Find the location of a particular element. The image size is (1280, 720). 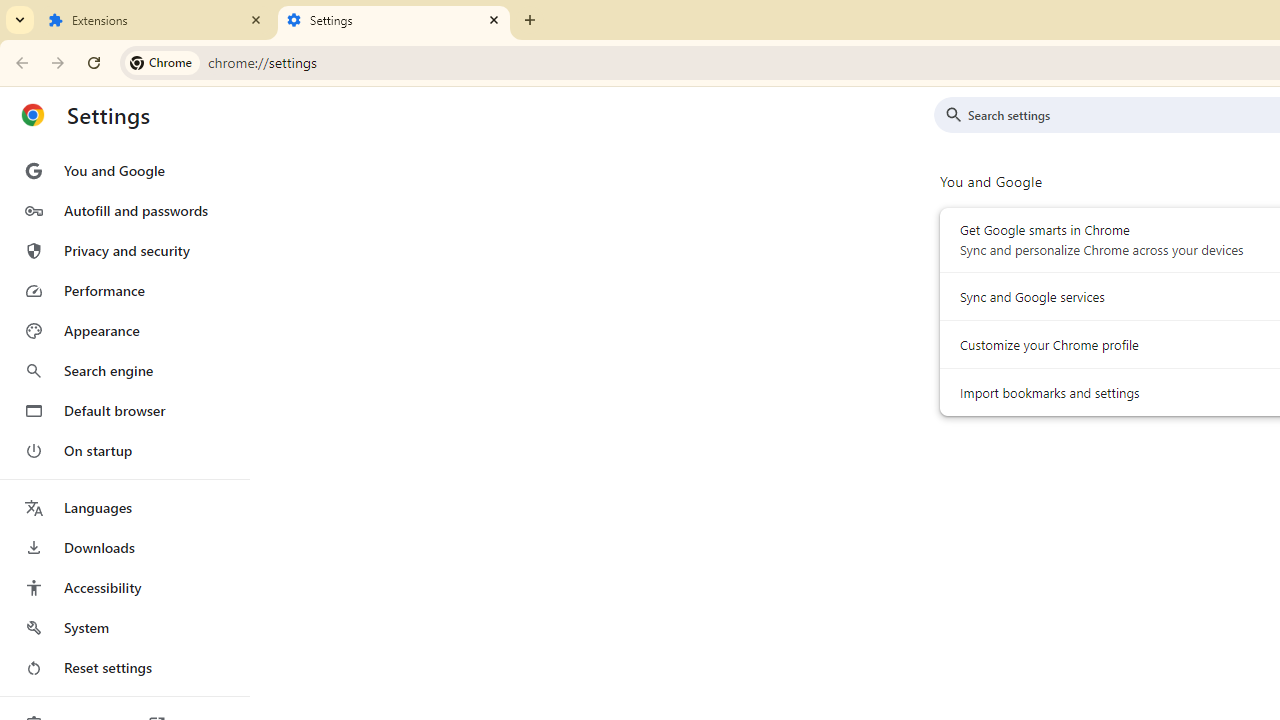

'Languages' is located at coordinates (123, 506).